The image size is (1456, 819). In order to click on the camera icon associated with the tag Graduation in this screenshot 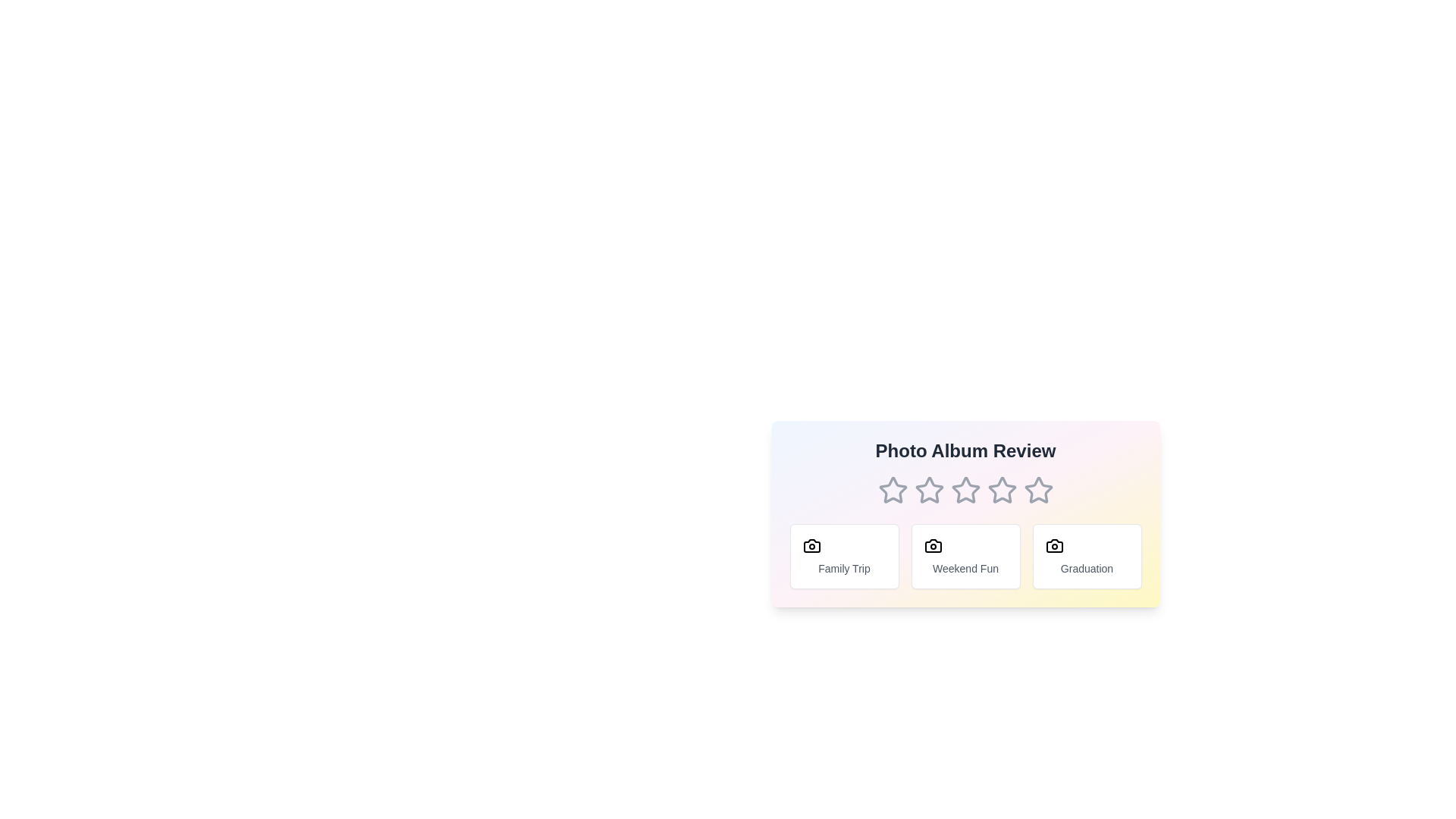, I will do `click(1053, 546)`.